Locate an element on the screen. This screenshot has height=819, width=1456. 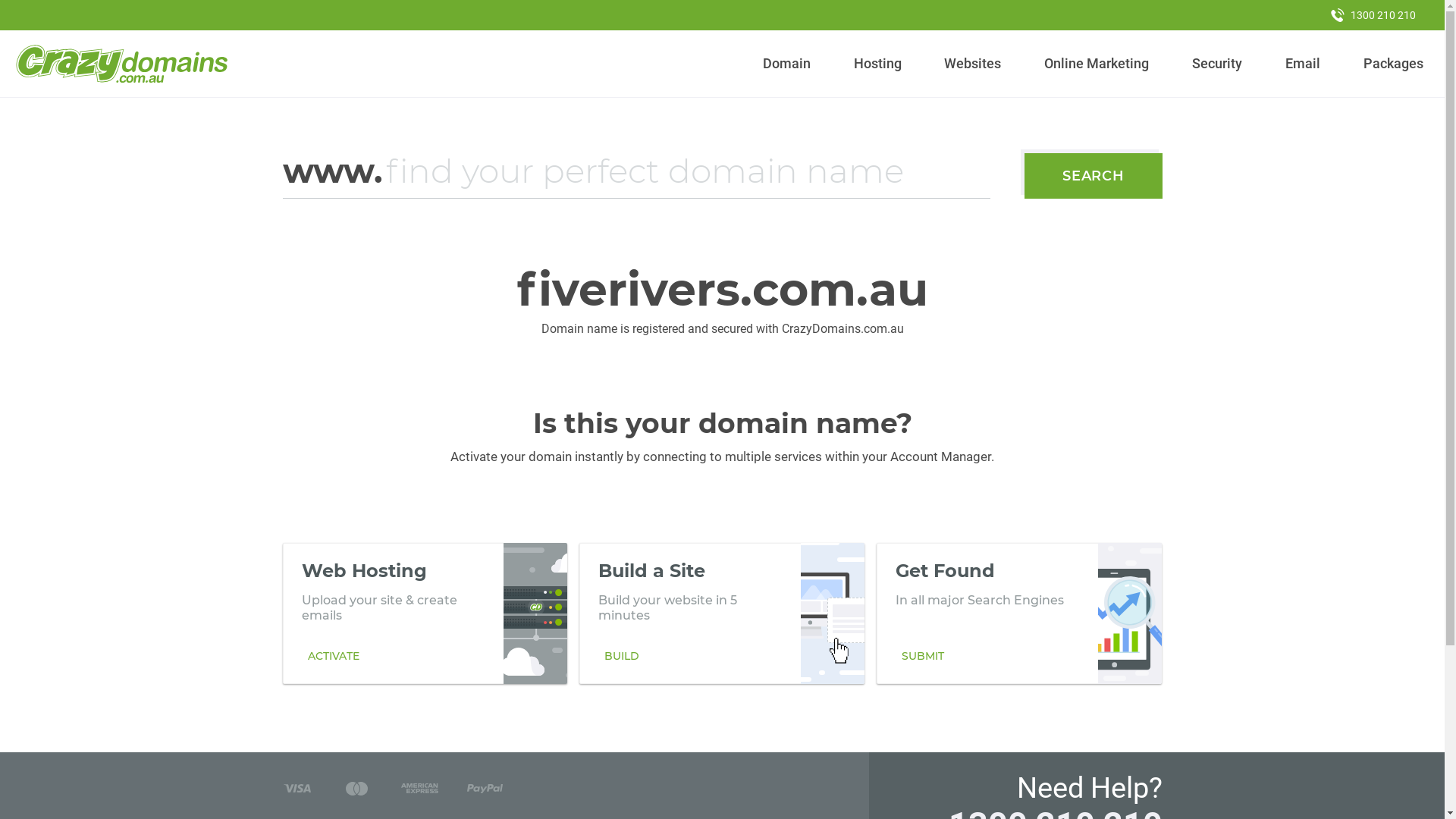
'Hosting' is located at coordinates (877, 63).